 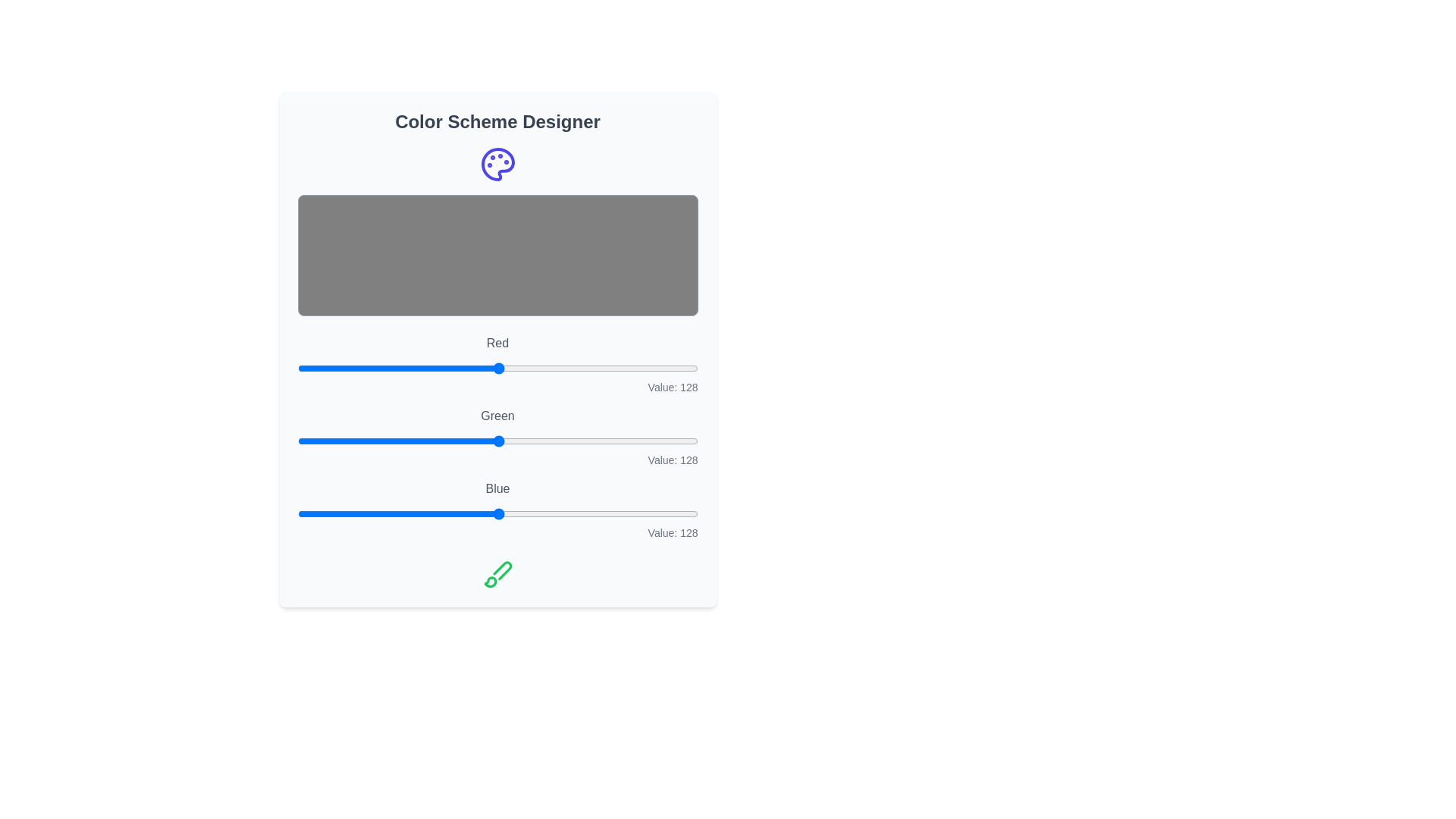 What do you see at coordinates (557, 513) in the screenshot?
I see `the slider value` at bounding box center [557, 513].